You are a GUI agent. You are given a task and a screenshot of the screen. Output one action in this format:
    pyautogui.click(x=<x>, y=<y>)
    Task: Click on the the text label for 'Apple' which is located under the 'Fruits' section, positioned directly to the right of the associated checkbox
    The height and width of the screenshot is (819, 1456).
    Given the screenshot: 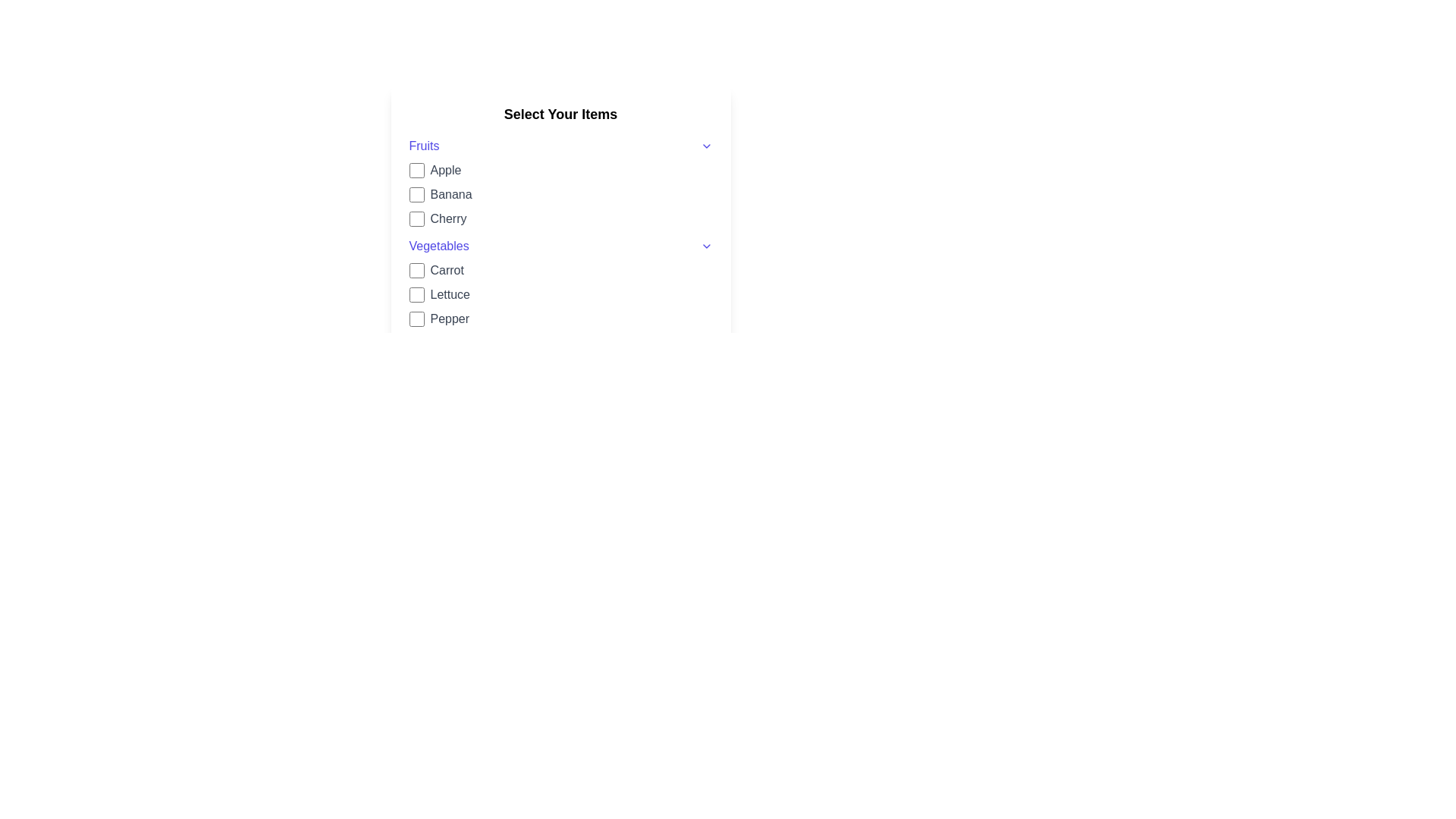 What is the action you would take?
    pyautogui.click(x=444, y=170)
    